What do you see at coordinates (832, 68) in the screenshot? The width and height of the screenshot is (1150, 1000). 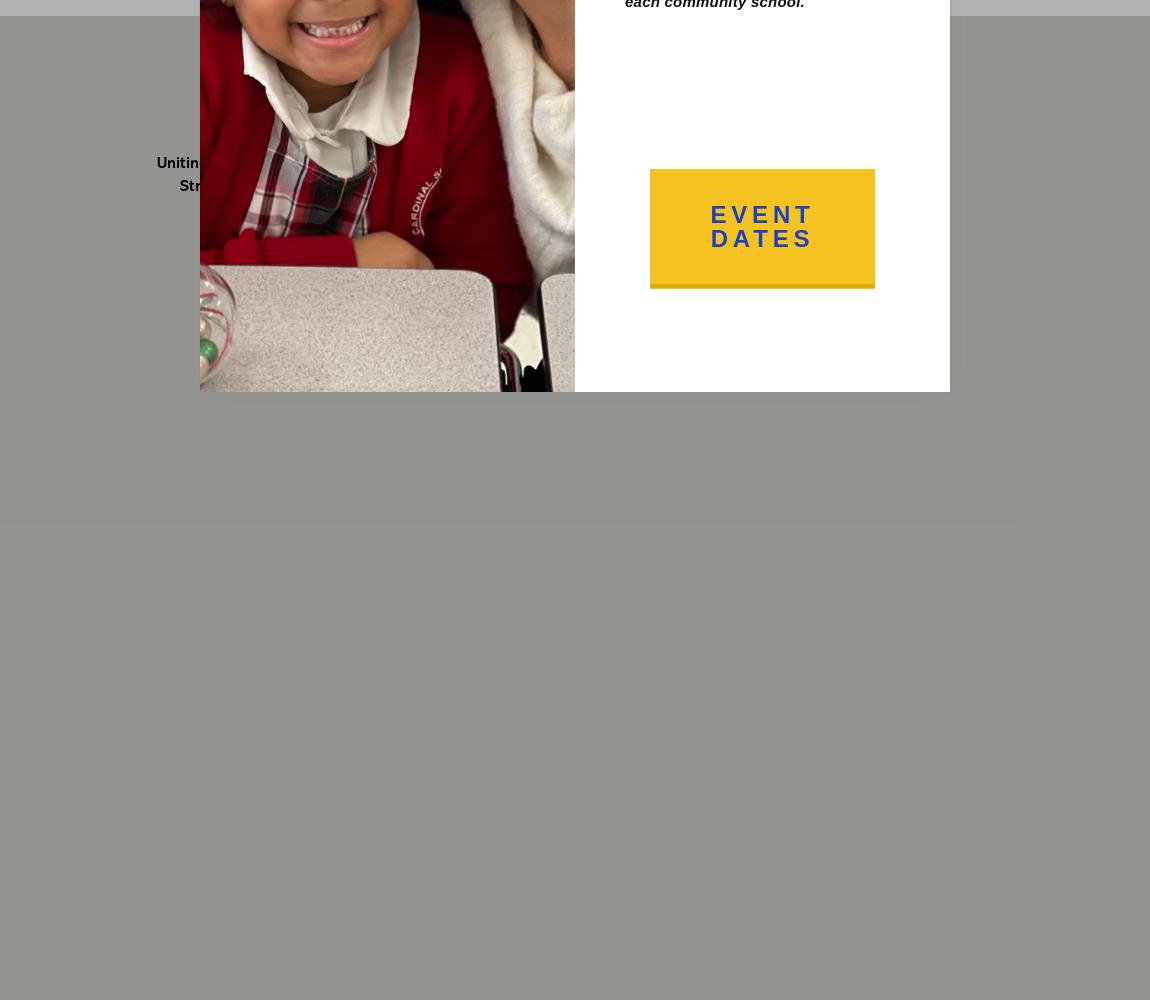 I see `'DONATE'` at bounding box center [832, 68].